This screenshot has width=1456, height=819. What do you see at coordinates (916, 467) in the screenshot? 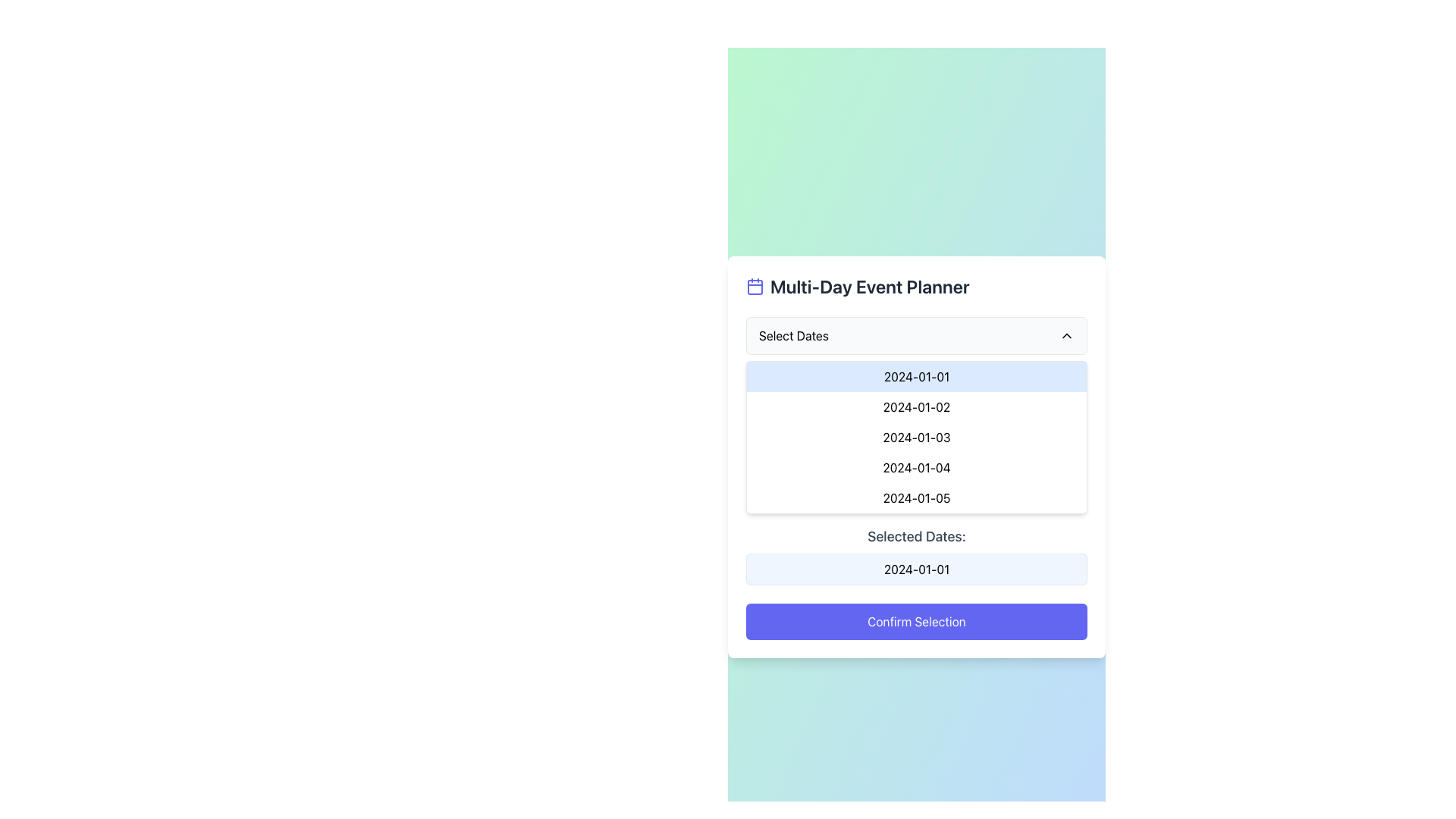
I see `the fourth date option '2024-01-04' in the dropdown list located under the 'Select Dates' menu` at bounding box center [916, 467].